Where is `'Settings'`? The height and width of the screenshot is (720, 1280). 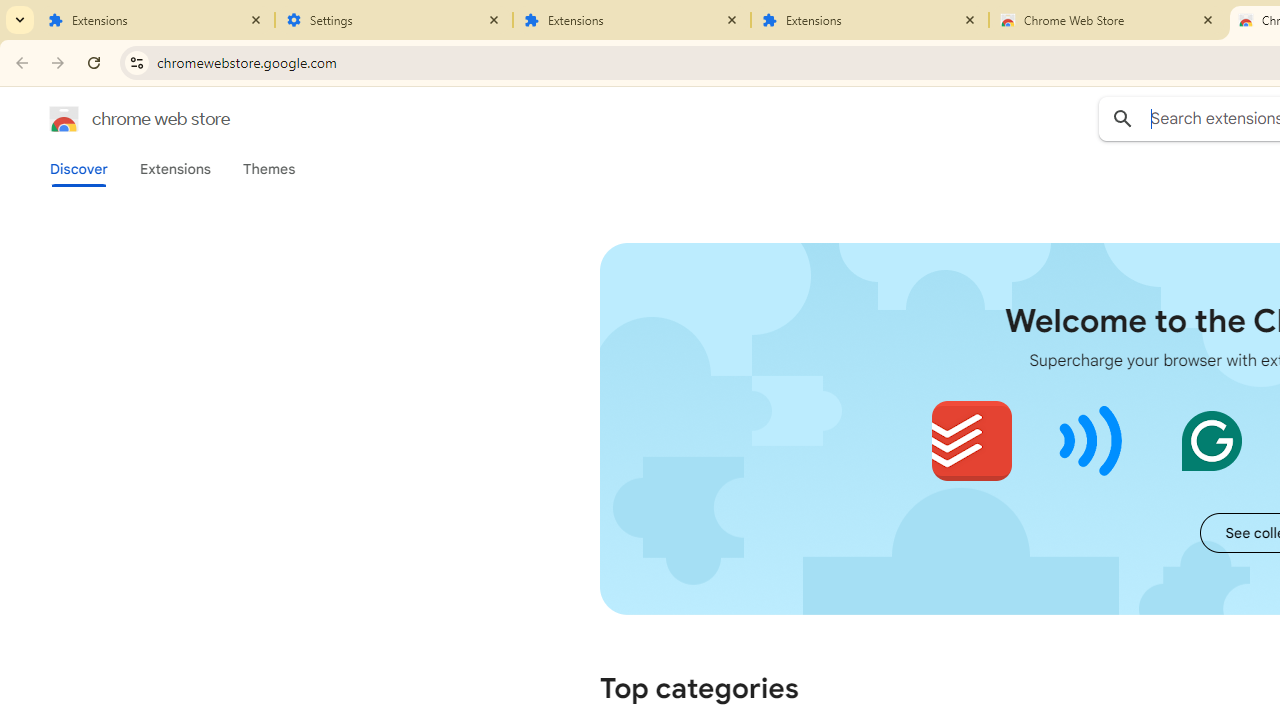 'Settings' is located at coordinates (394, 20).